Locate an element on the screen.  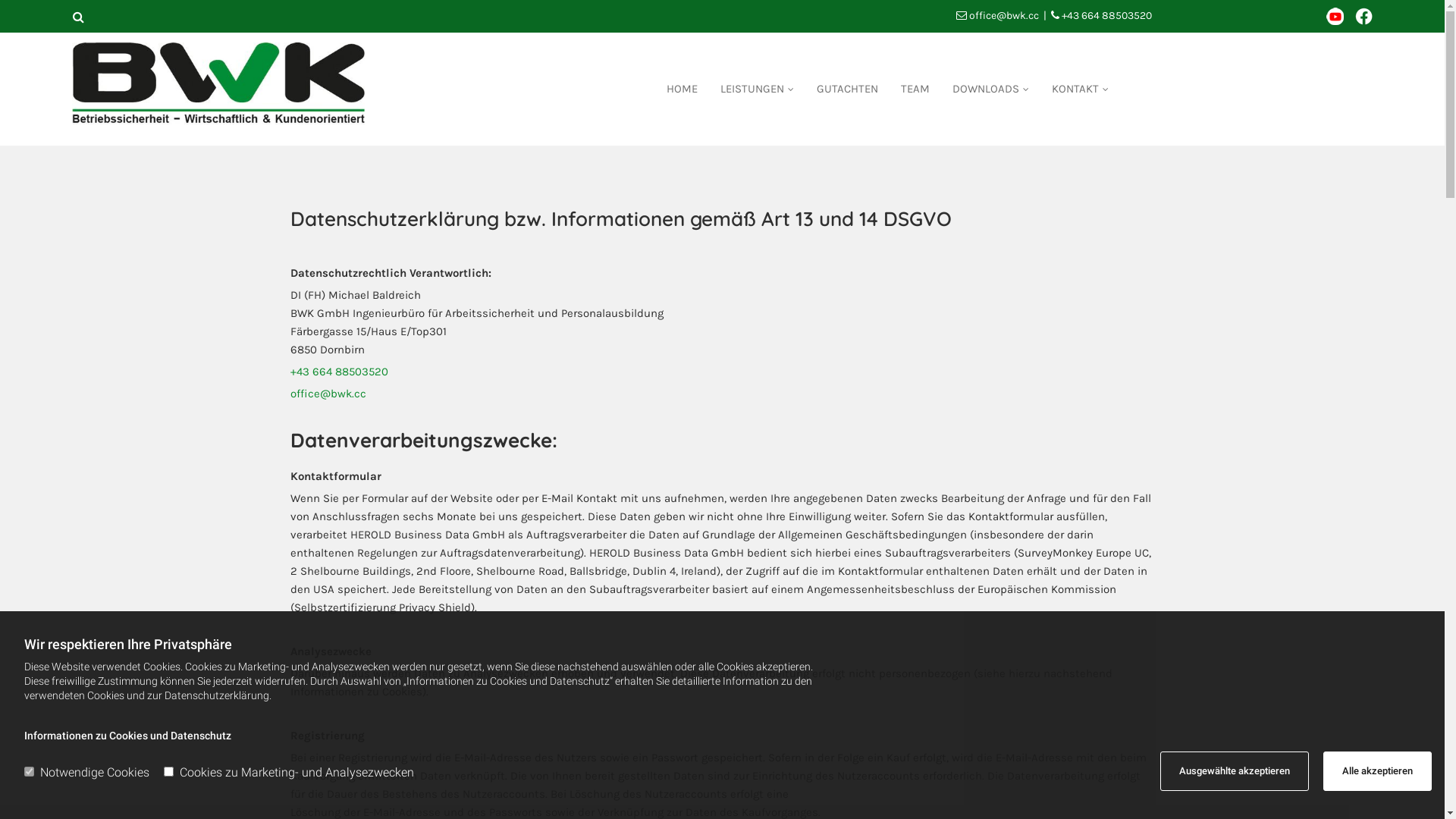
'HOME' is located at coordinates (681, 88).